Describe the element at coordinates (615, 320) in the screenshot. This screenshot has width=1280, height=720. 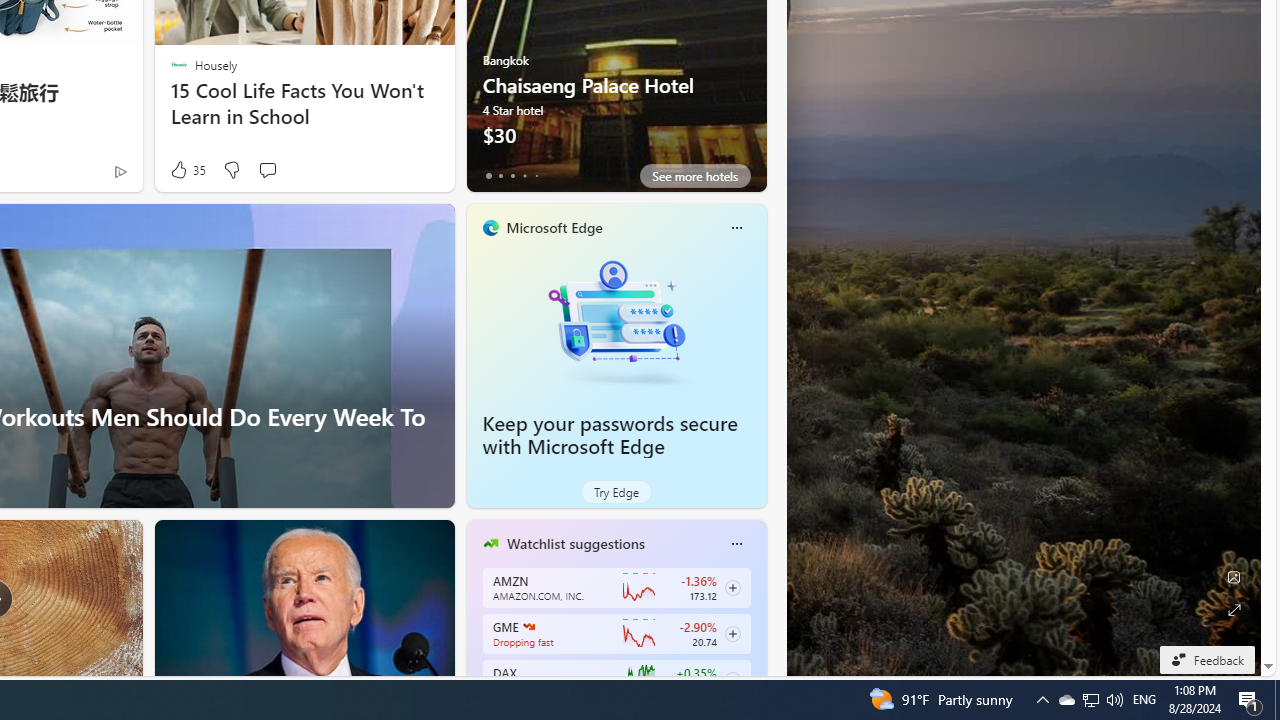
I see `'Keep your passwords secure with Microsoft Edge'` at that location.